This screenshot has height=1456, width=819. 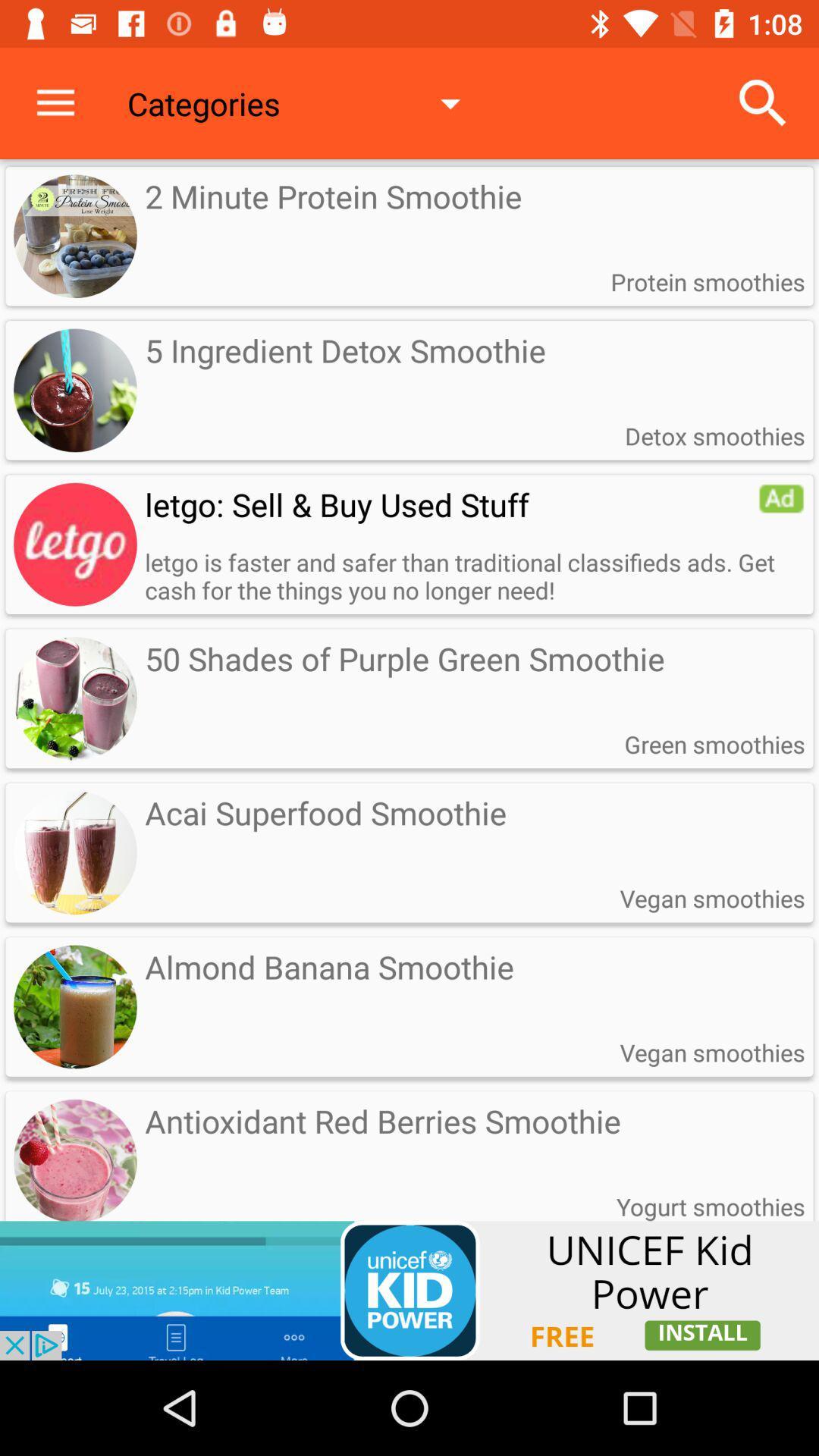 I want to click on the image on left to the text acai superfood smoothie on the web page, so click(x=75, y=852).